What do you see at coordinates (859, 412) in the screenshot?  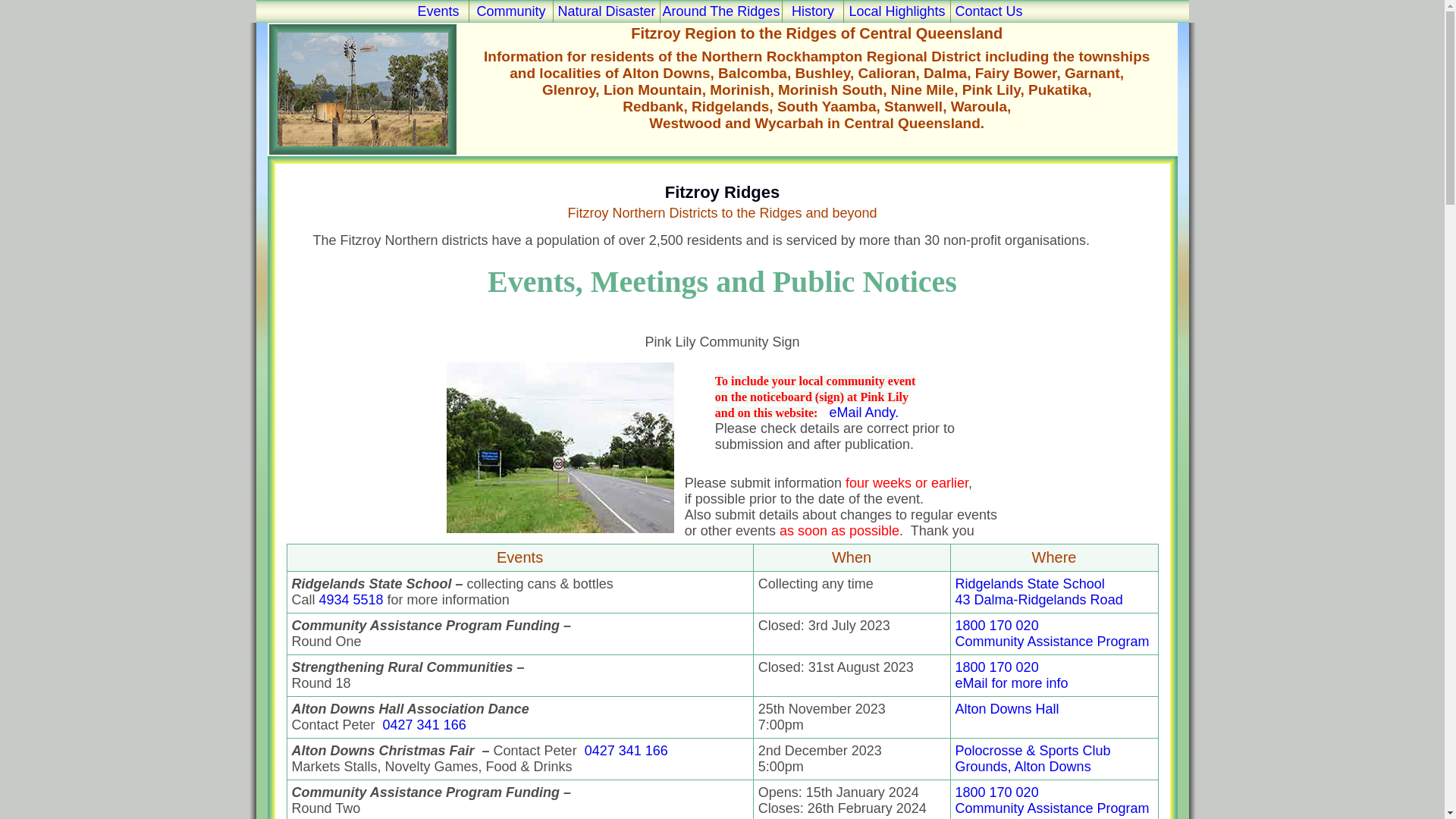 I see `'  eMail Andy.'` at bounding box center [859, 412].